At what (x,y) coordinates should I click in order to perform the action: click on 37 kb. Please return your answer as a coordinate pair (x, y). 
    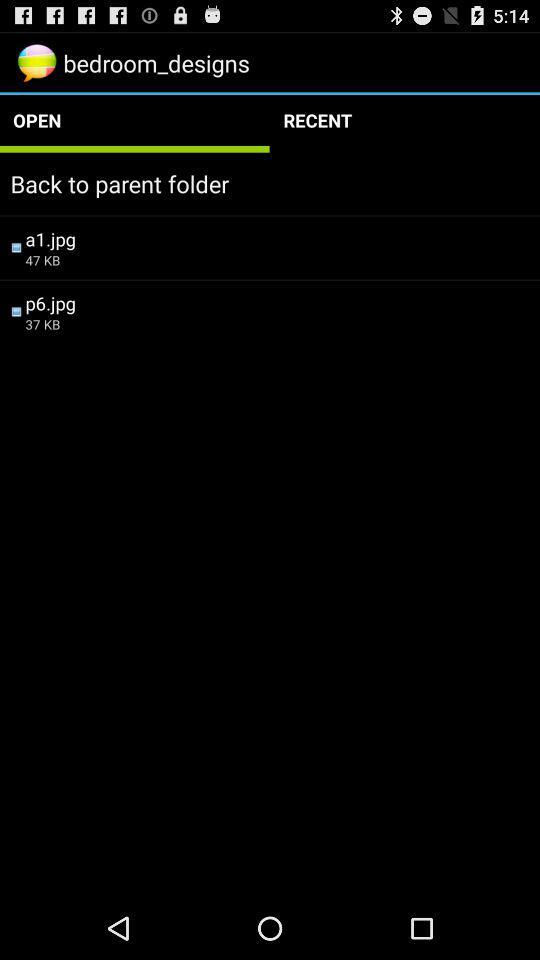
    Looking at the image, I should click on (276, 324).